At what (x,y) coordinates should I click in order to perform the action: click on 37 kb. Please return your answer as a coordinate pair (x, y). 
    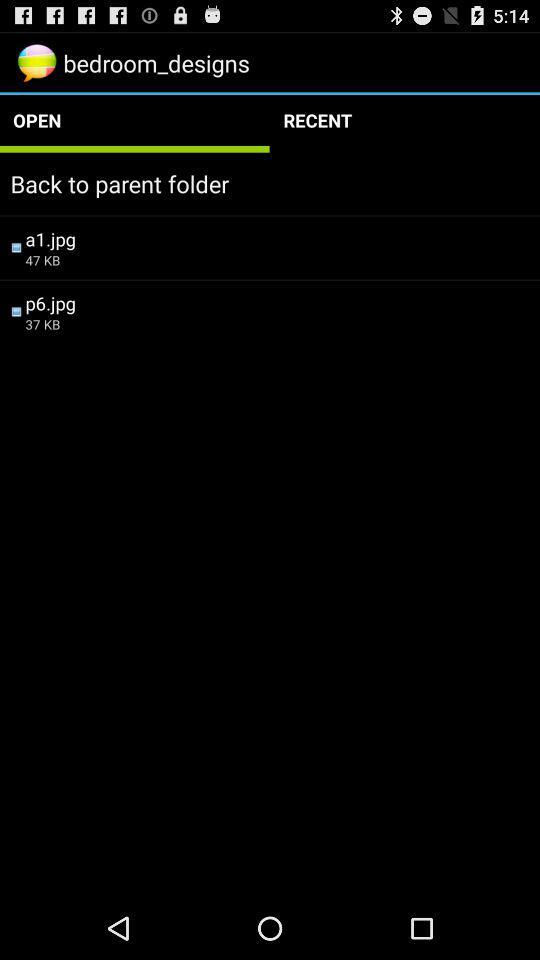
    Looking at the image, I should click on (276, 324).